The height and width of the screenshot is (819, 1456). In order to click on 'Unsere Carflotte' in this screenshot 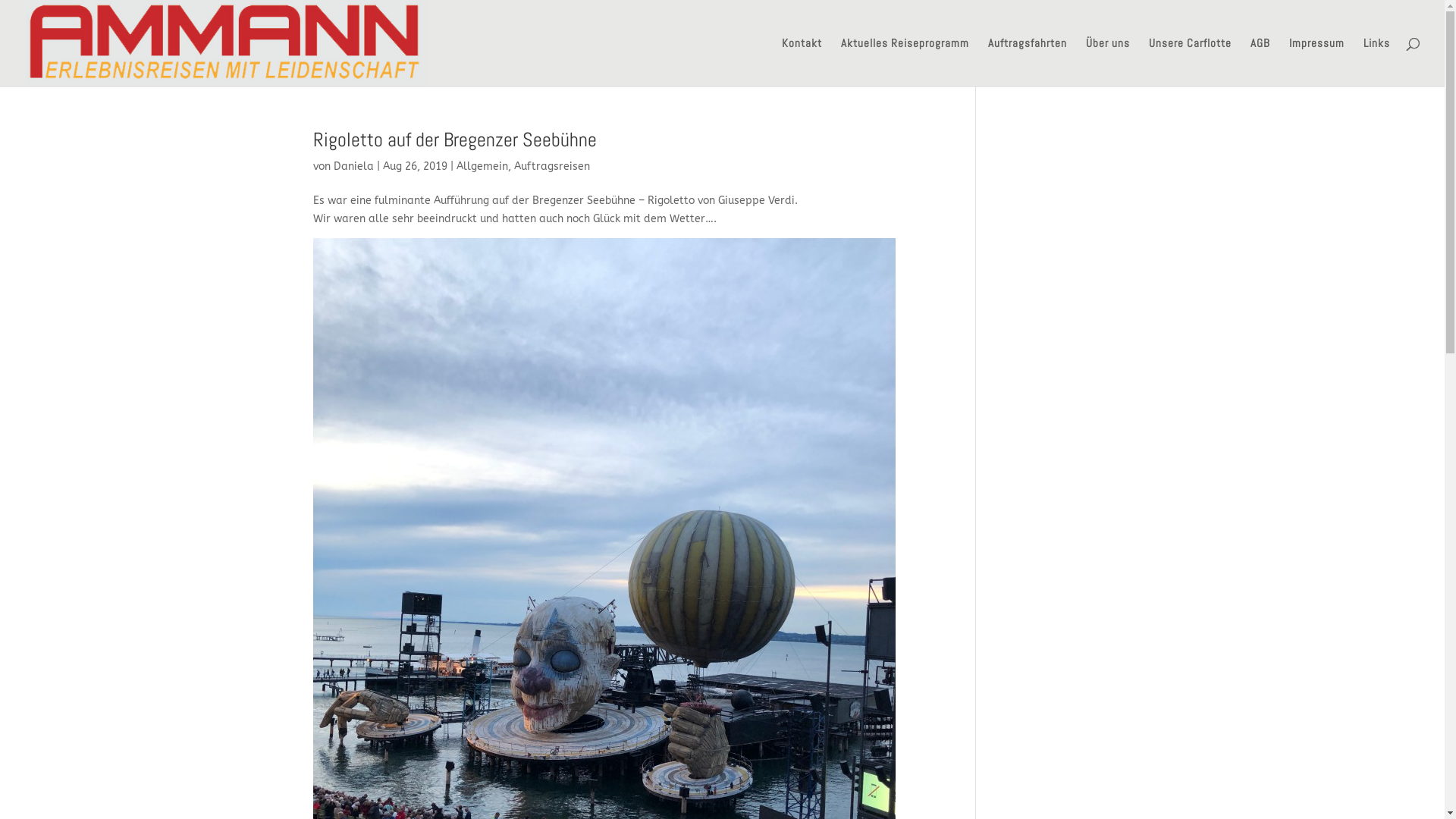, I will do `click(1189, 61)`.